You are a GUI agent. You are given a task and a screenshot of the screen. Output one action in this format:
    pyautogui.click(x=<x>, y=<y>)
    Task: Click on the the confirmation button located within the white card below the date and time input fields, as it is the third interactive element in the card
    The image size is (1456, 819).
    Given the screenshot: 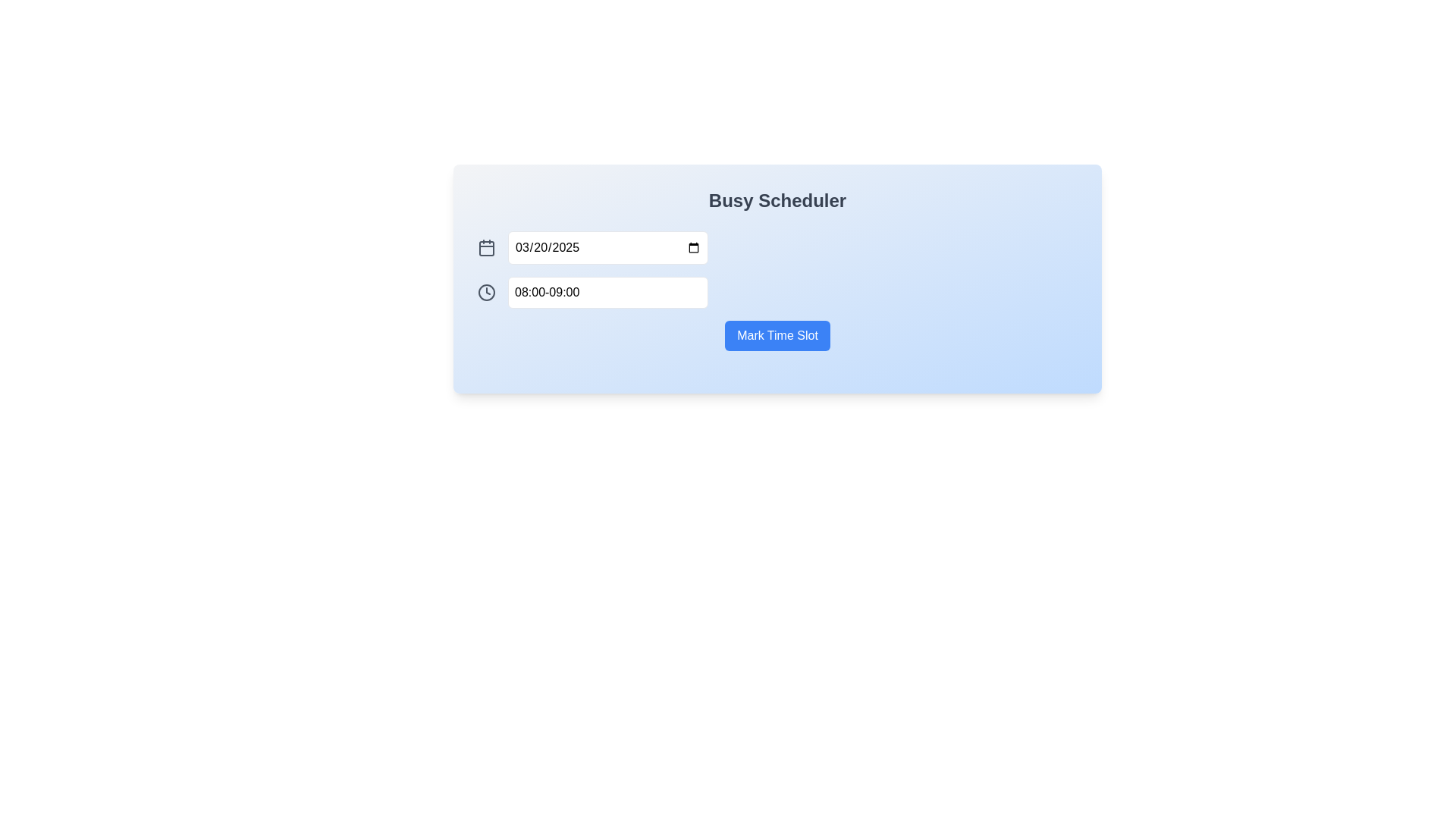 What is the action you would take?
    pyautogui.click(x=777, y=335)
    